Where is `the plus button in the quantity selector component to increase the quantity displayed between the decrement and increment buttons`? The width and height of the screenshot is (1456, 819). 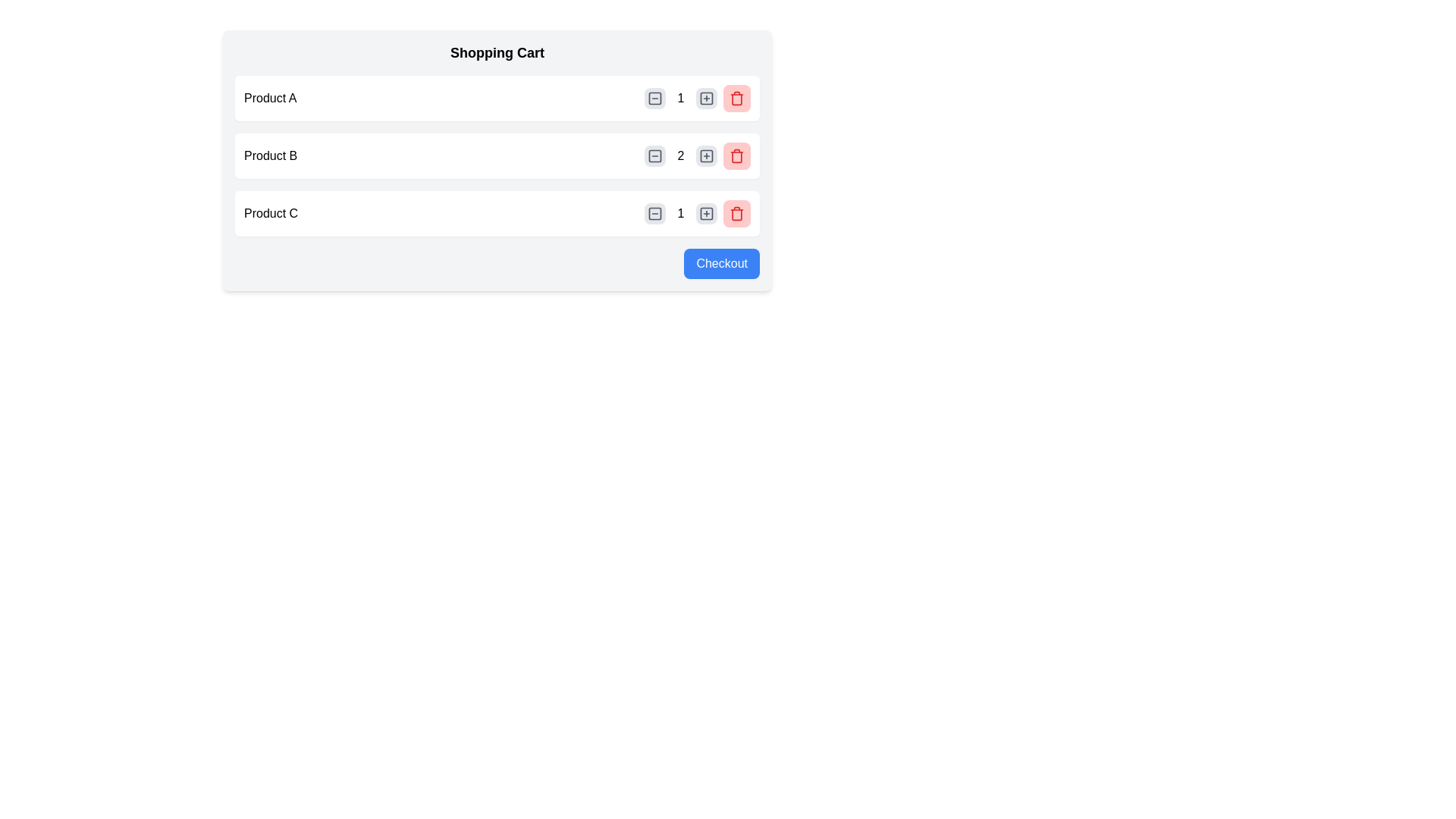
the plus button in the quantity selector component to increase the quantity displayed between the decrement and increment buttons is located at coordinates (697, 213).